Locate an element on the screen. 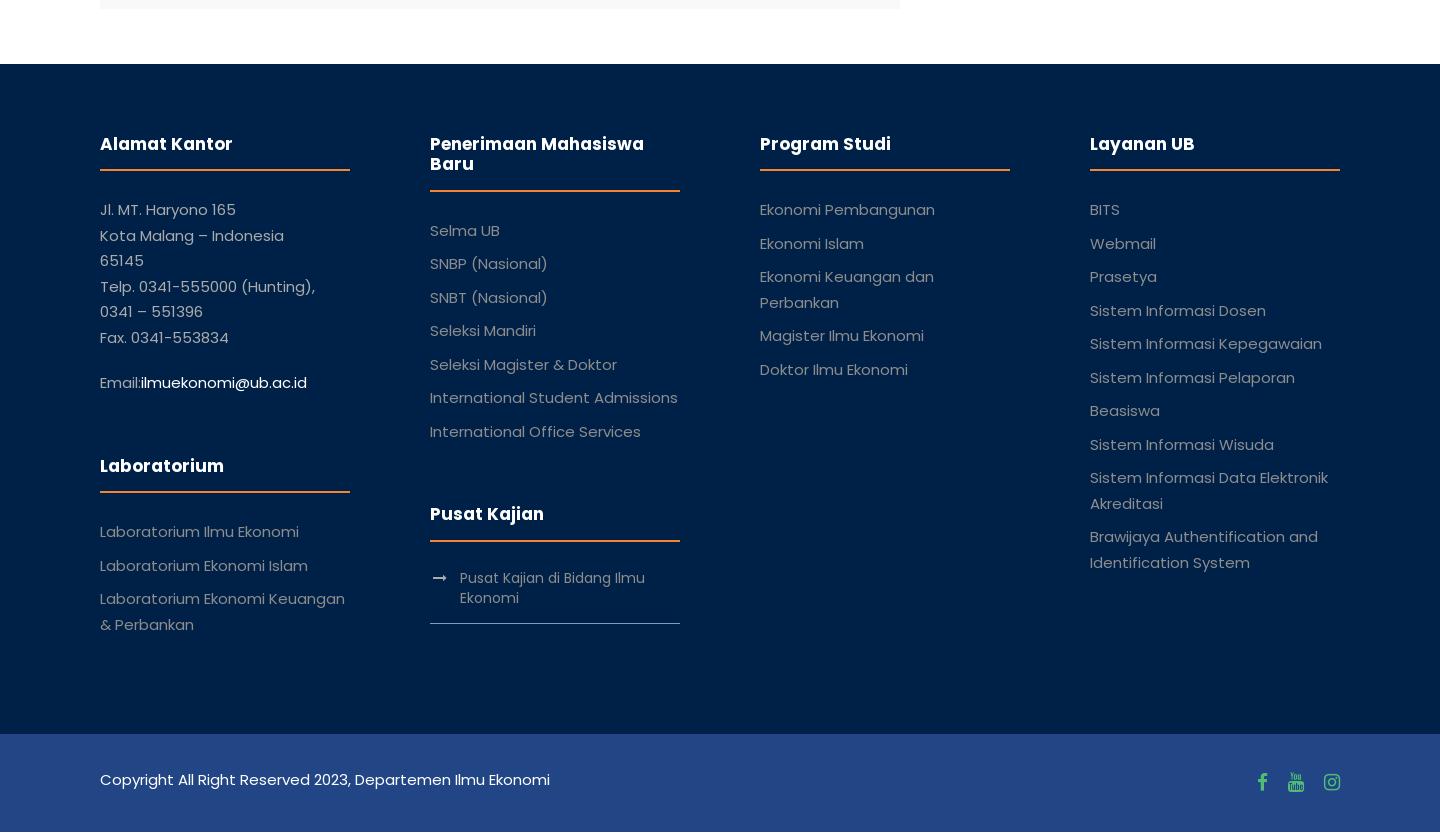 The height and width of the screenshot is (838, 1440). 'Brawijaya Authentification and Identification System' is located at coordinates (1202, 548).